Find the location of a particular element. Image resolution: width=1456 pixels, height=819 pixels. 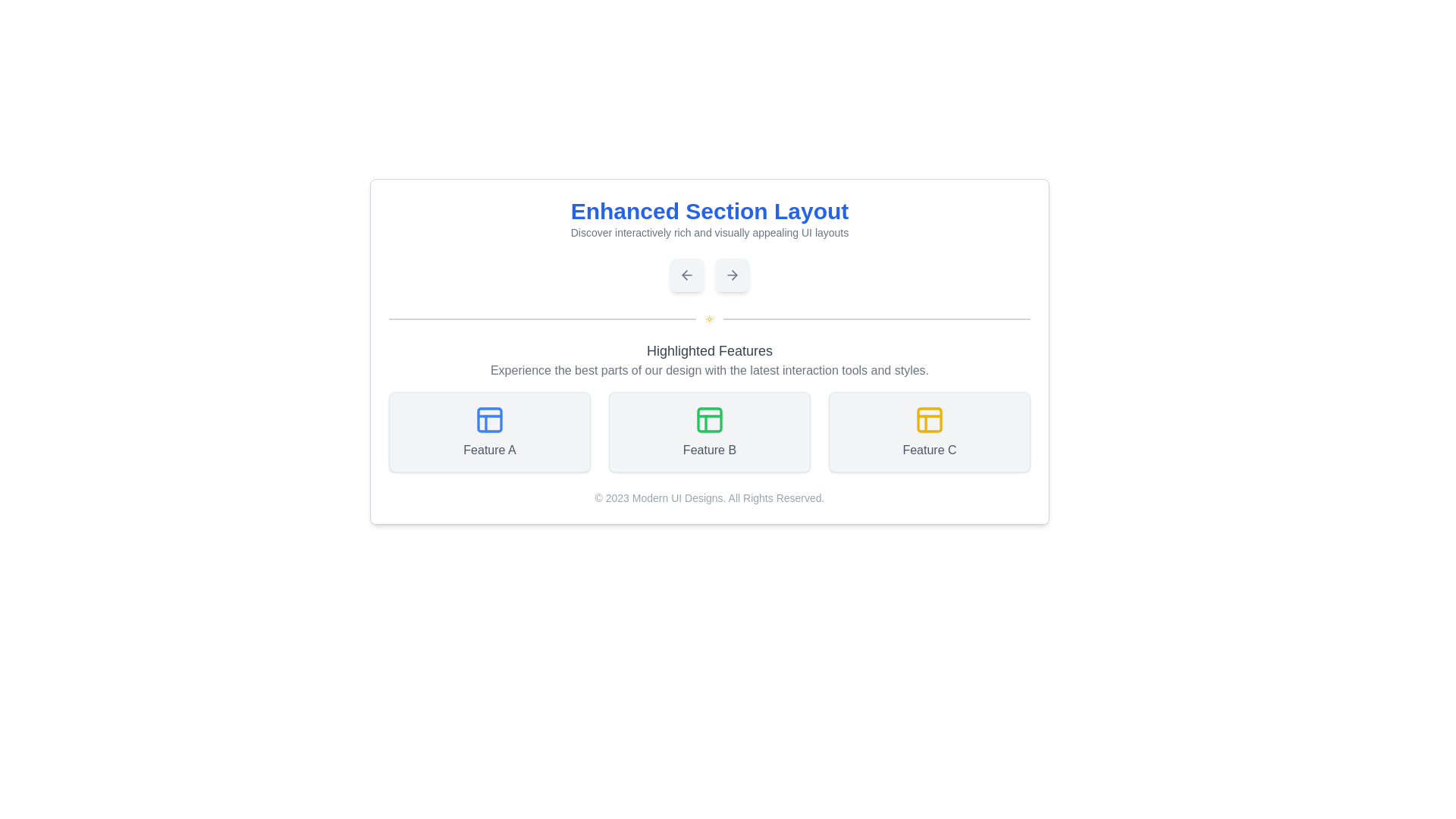

the rightward navigation control icon within the button group located below 'Enhanced Section Layout' is located at coordinates (734, 275).